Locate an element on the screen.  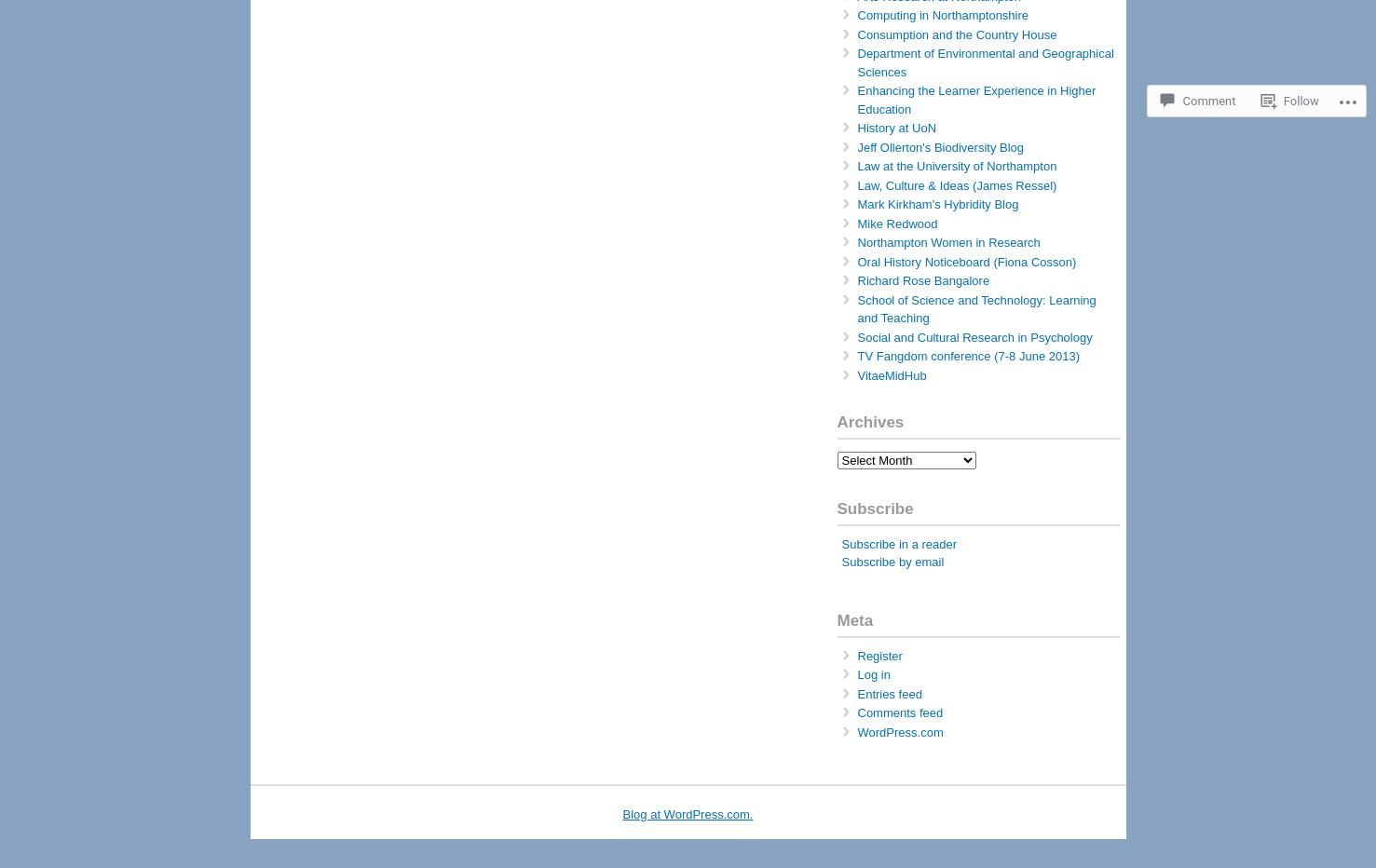
'Law, Culture & Ideas (James Ressel)' is located at coordinates (955, 184).